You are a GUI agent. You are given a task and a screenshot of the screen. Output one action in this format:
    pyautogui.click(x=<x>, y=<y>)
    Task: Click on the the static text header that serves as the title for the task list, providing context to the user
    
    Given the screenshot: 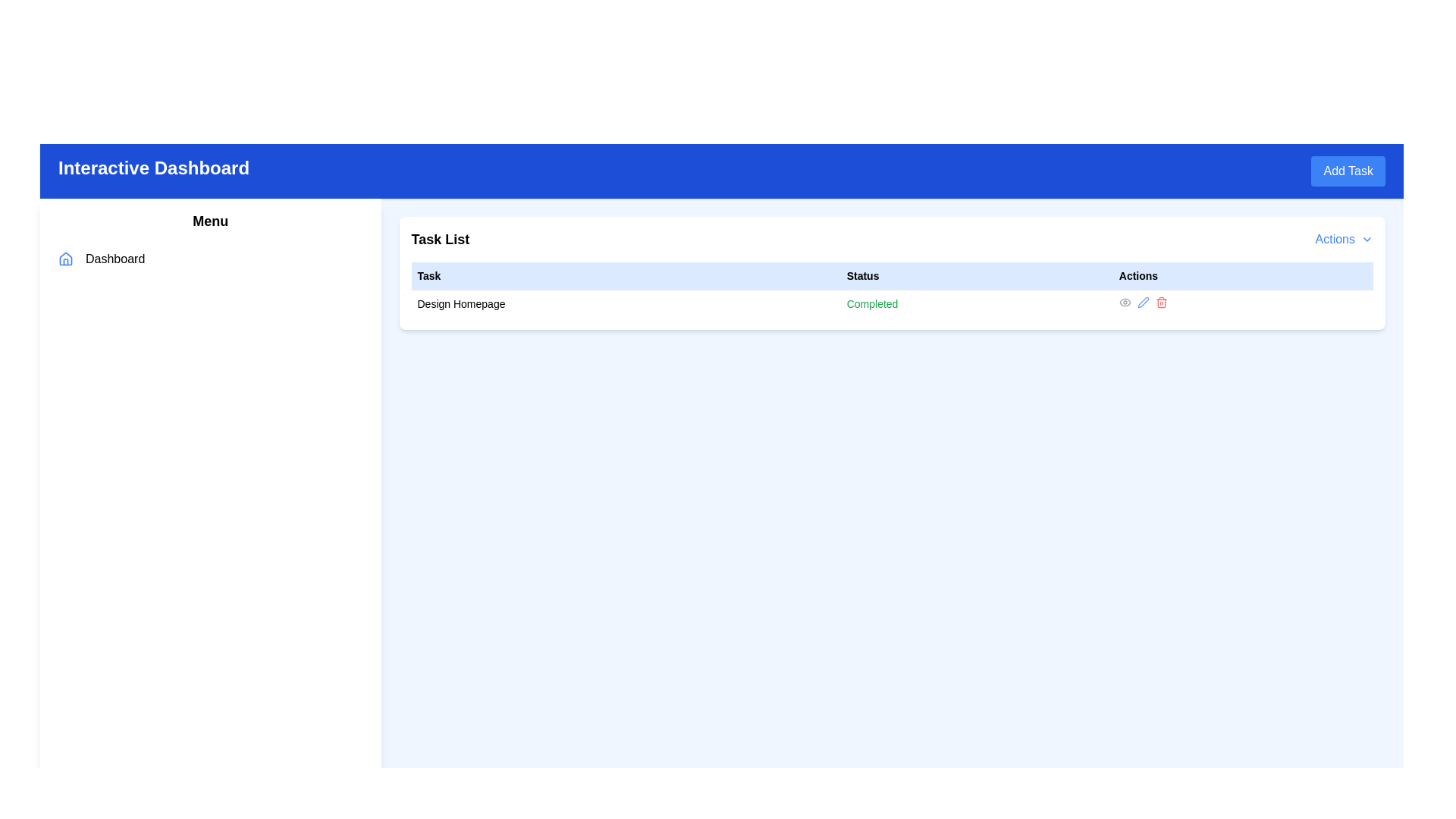 What is the action you would take?
    pyautogui.click(x=439, y=239)
    